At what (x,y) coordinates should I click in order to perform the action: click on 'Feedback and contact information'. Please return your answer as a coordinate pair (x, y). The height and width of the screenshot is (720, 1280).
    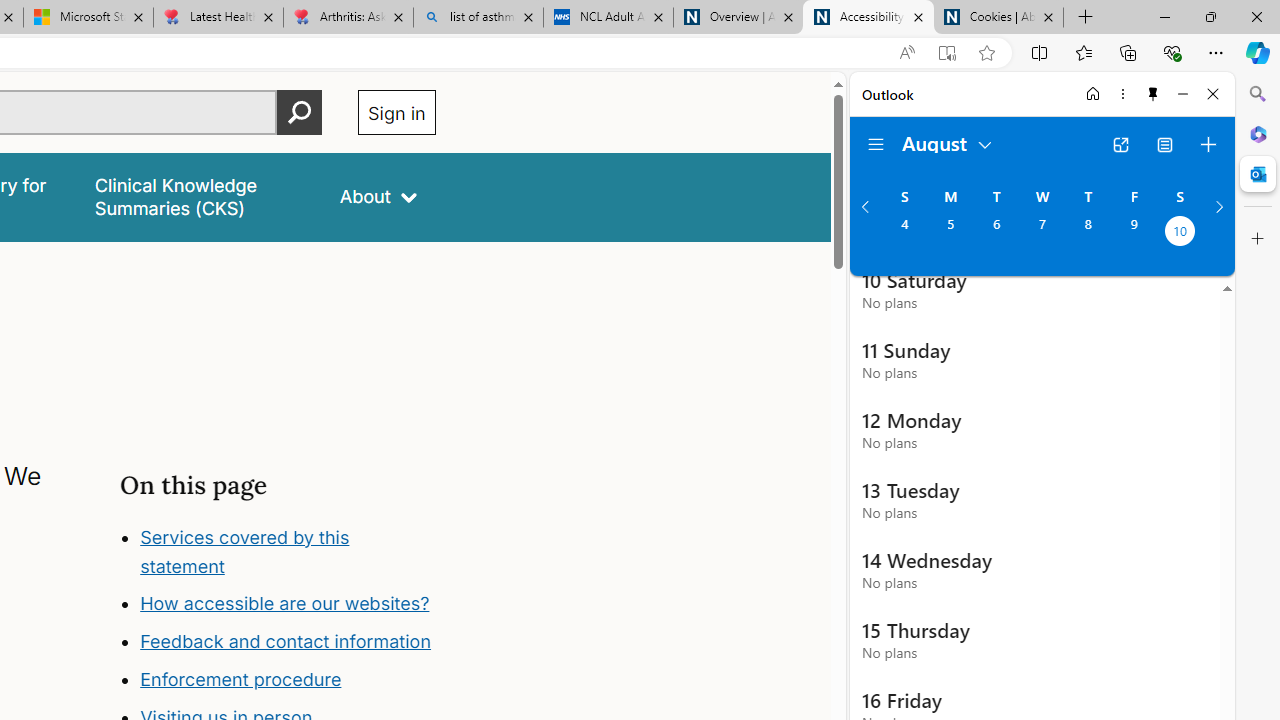
    Looking at the image, I should click on (287, 642).